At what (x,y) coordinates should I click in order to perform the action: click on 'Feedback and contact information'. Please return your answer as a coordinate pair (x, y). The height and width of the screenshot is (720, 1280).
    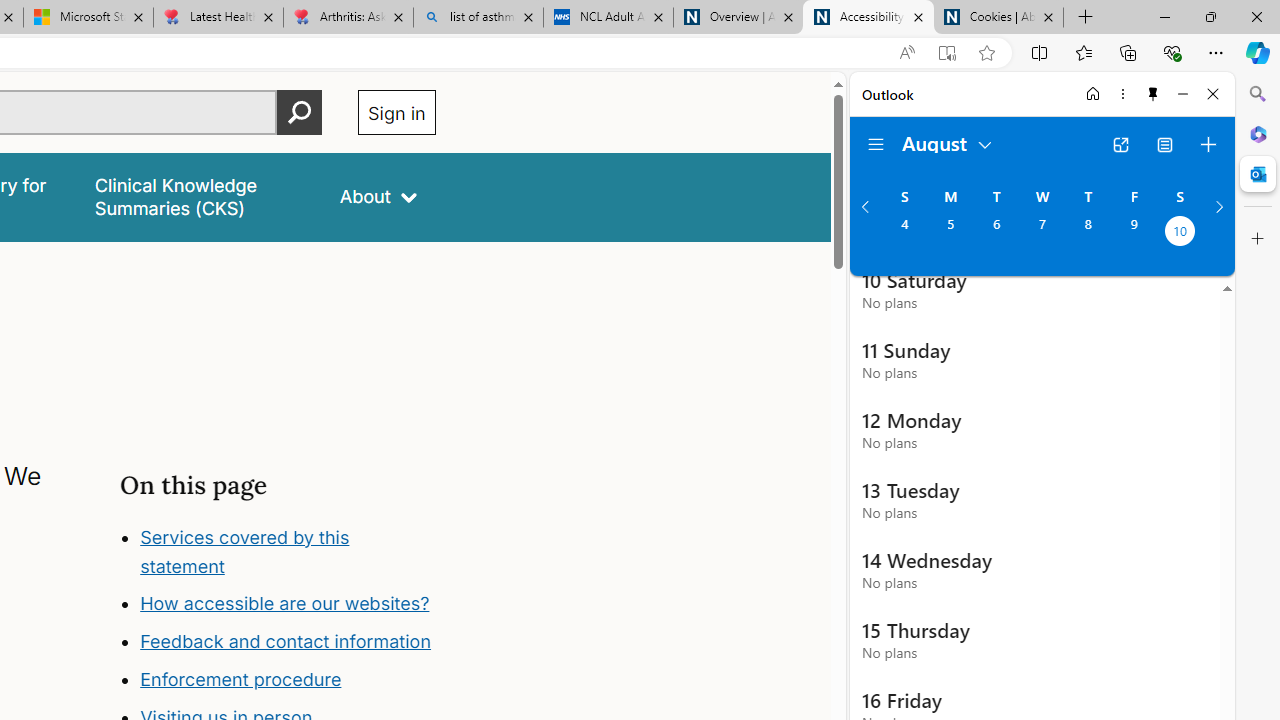
    Looking at the image, I should click on (287, 642).